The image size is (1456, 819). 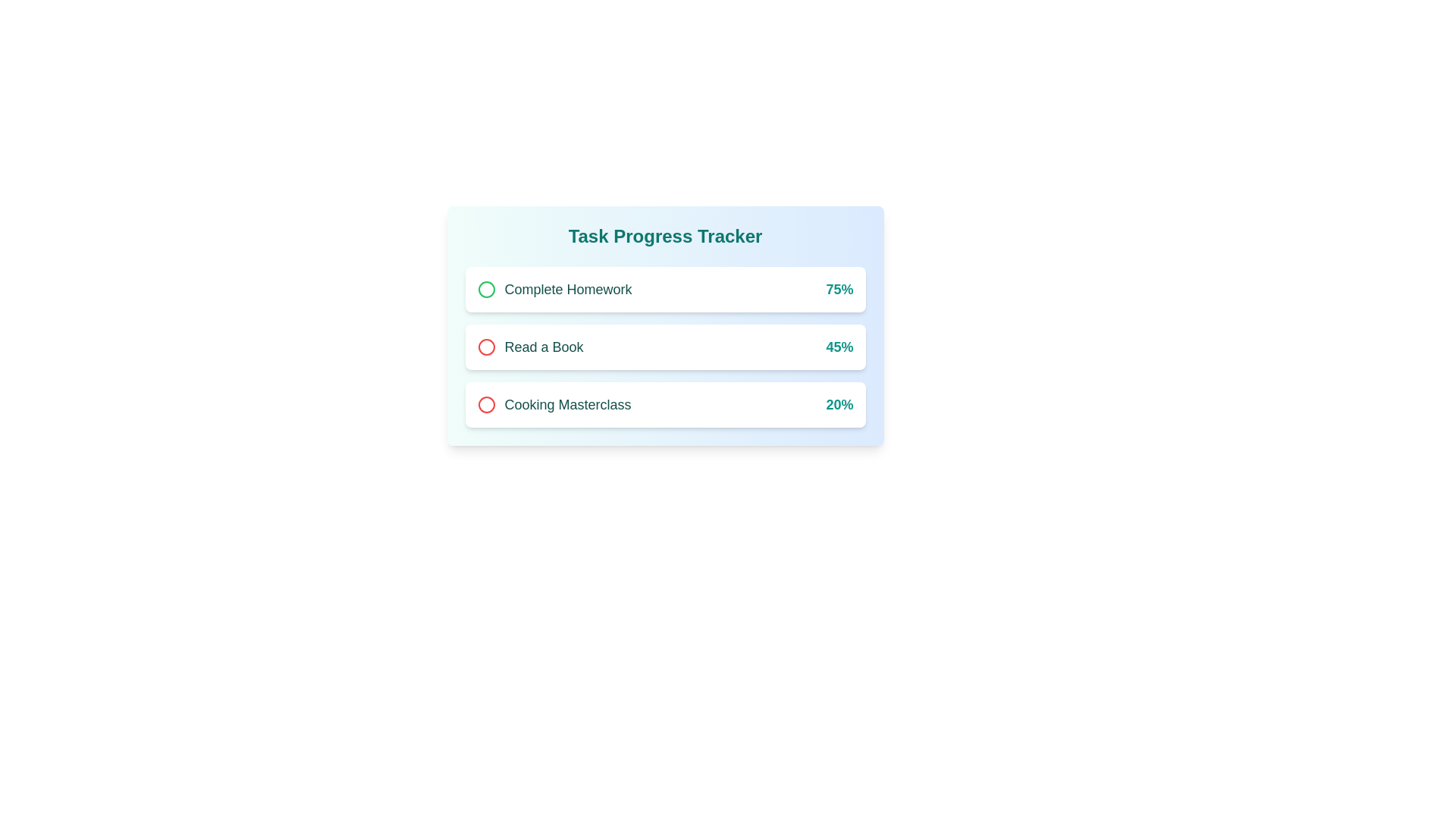 I want to click on the 'Read a Book' progress card, which displays the task details and completion percentage in the 'Task Progress Tracker', so click(x=665, y=347).